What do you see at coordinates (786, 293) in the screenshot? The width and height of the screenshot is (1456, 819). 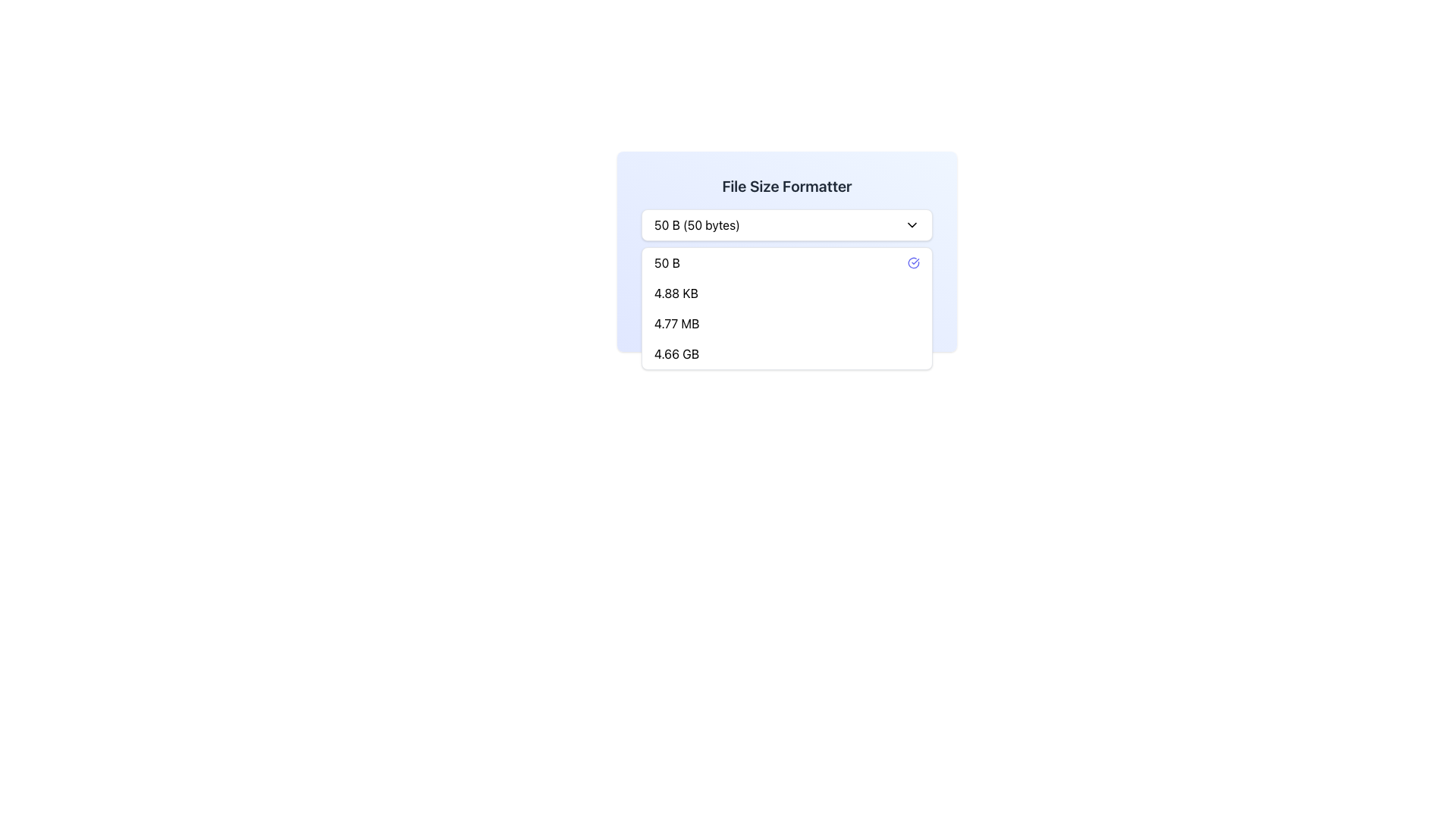 I see `to select the dropdown item displaying '4.88 KB' in the file size formatter dropdown menu` at bounding box center [786, 293].